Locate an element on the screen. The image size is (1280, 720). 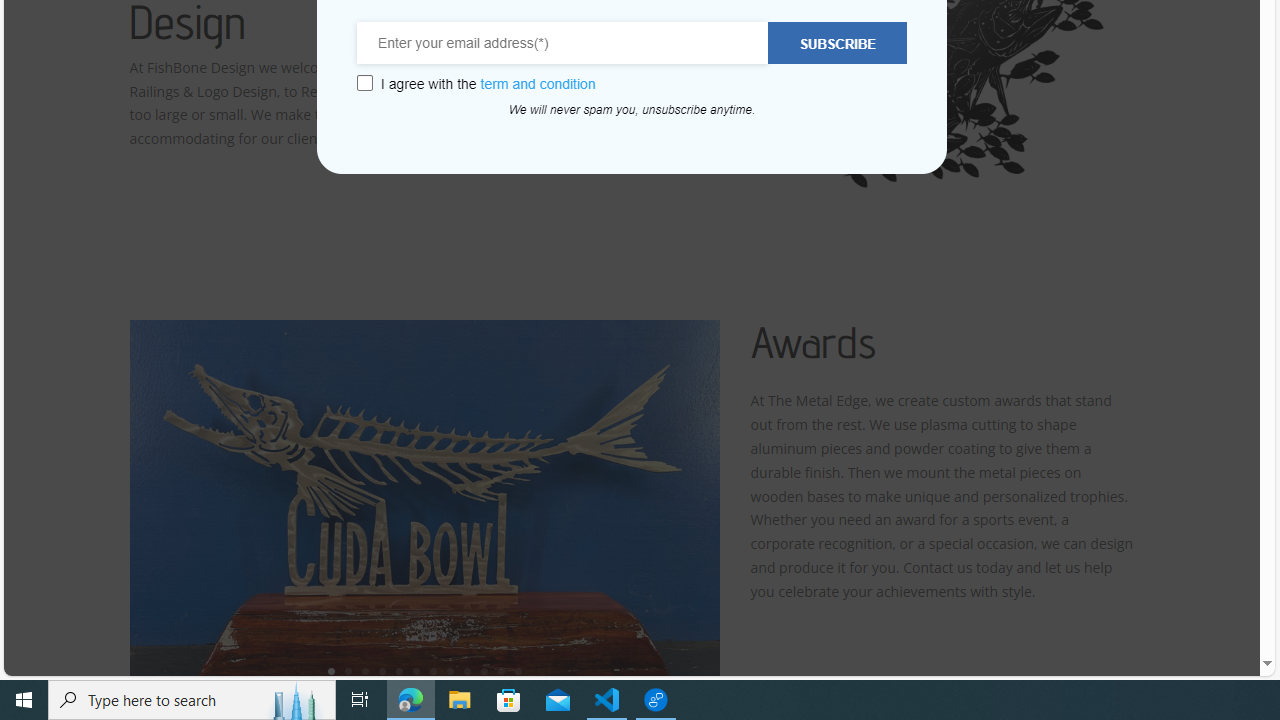
'Enter your email address(*)' is located at coordinates (562, 43).